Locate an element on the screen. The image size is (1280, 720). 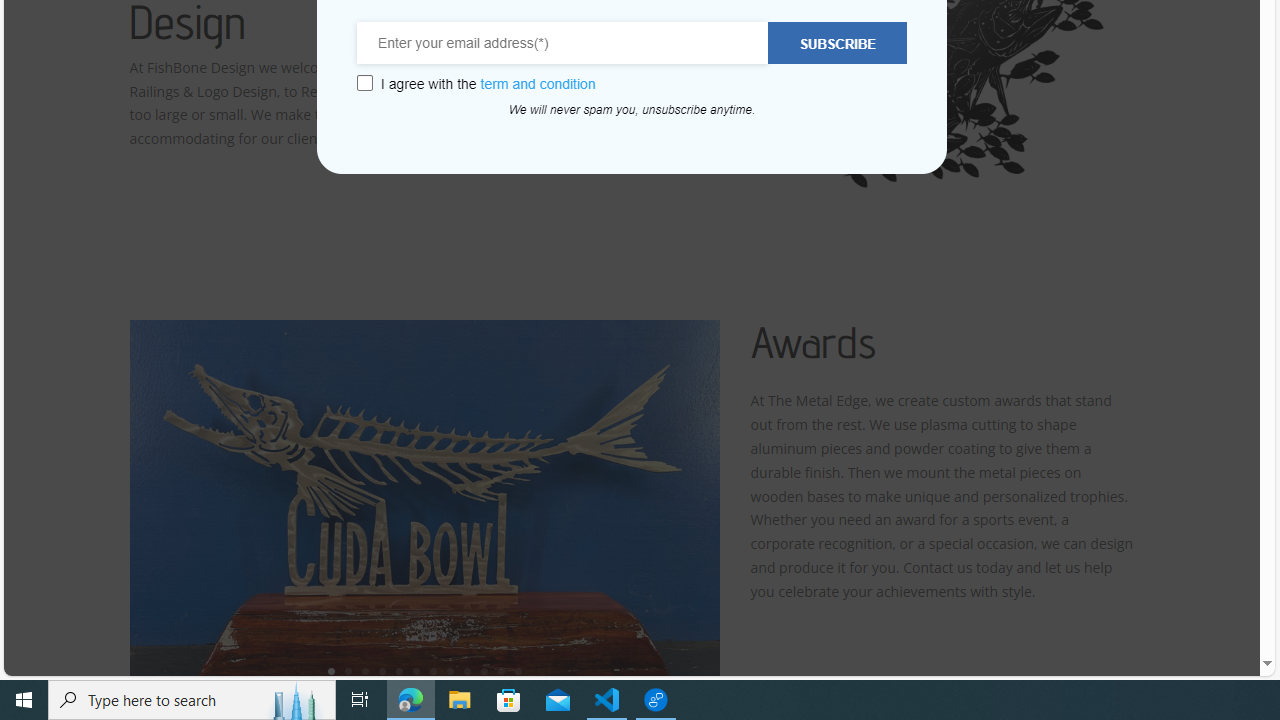
'Enter your email address(*)' is located at coordinates (562, 43).